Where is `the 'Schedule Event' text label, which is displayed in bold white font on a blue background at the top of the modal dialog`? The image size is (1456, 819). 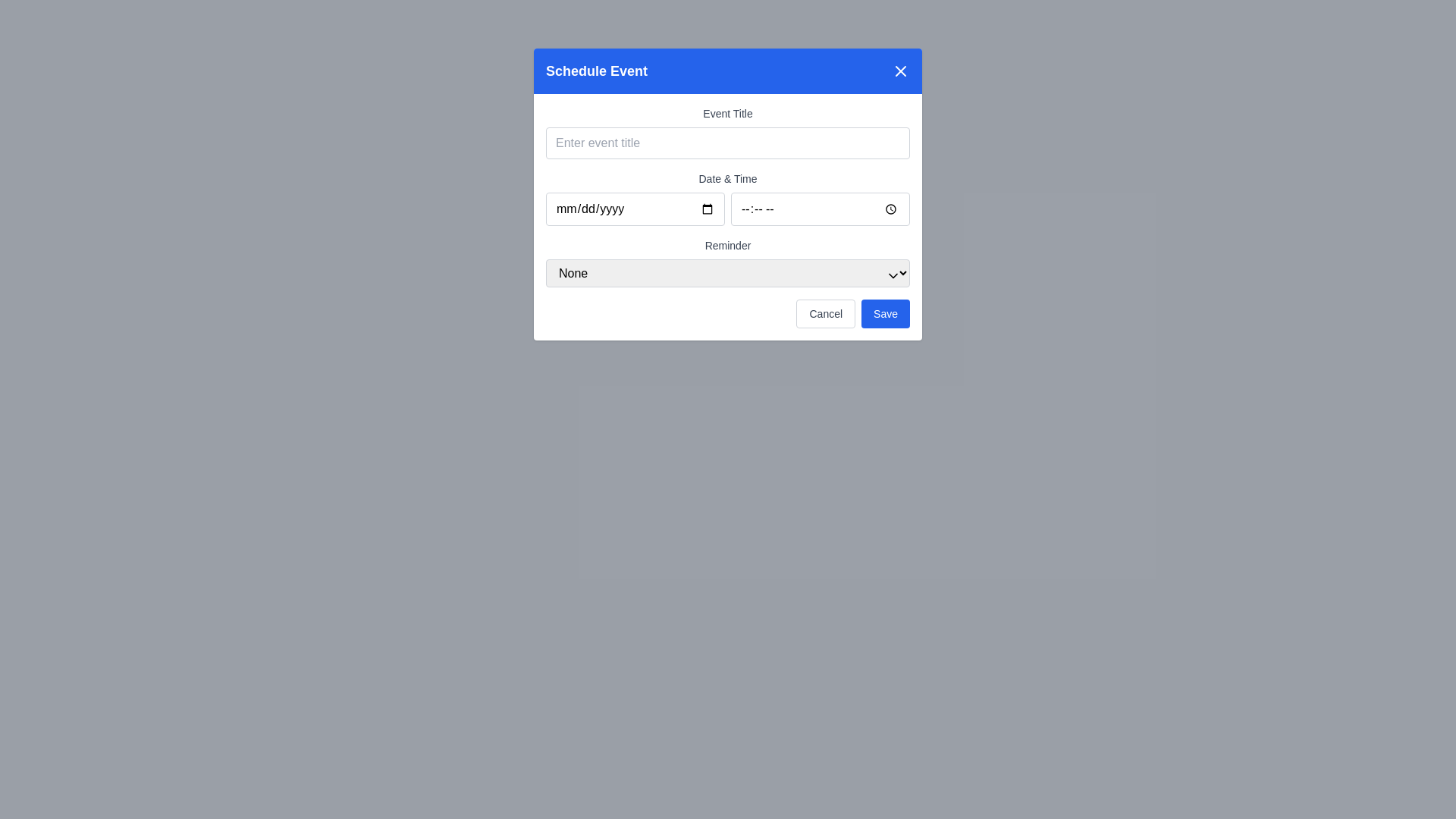 the 'Schedule Event' text label, which is displayed in bold white font on a blue background at the top of the modal dialog is located at coordinates (596, 71).